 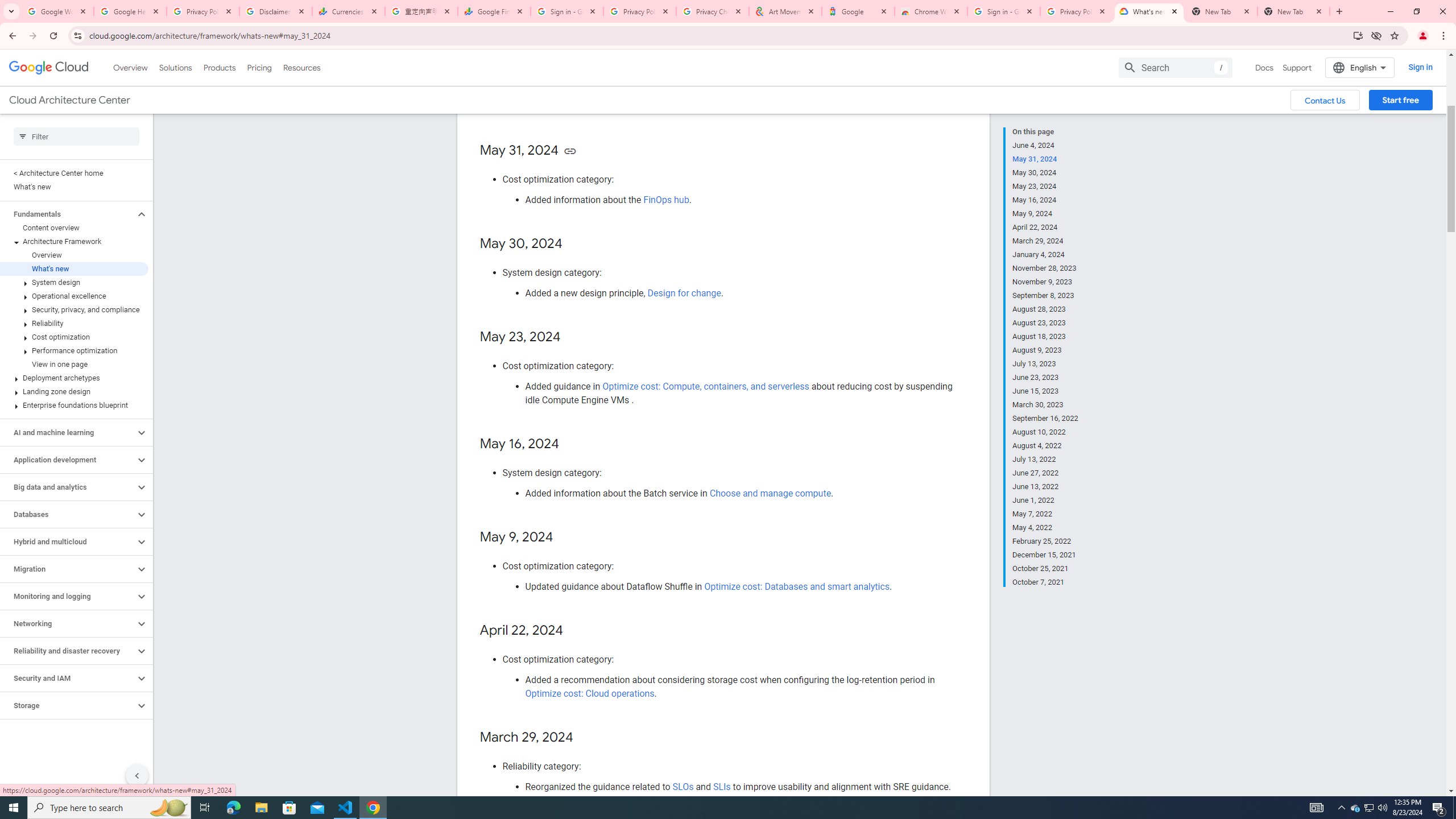 What do you see at coordinates (1045, 159) in the screenshot?
I see `'May 31, 2024'` at bounding box center [1045, 159].